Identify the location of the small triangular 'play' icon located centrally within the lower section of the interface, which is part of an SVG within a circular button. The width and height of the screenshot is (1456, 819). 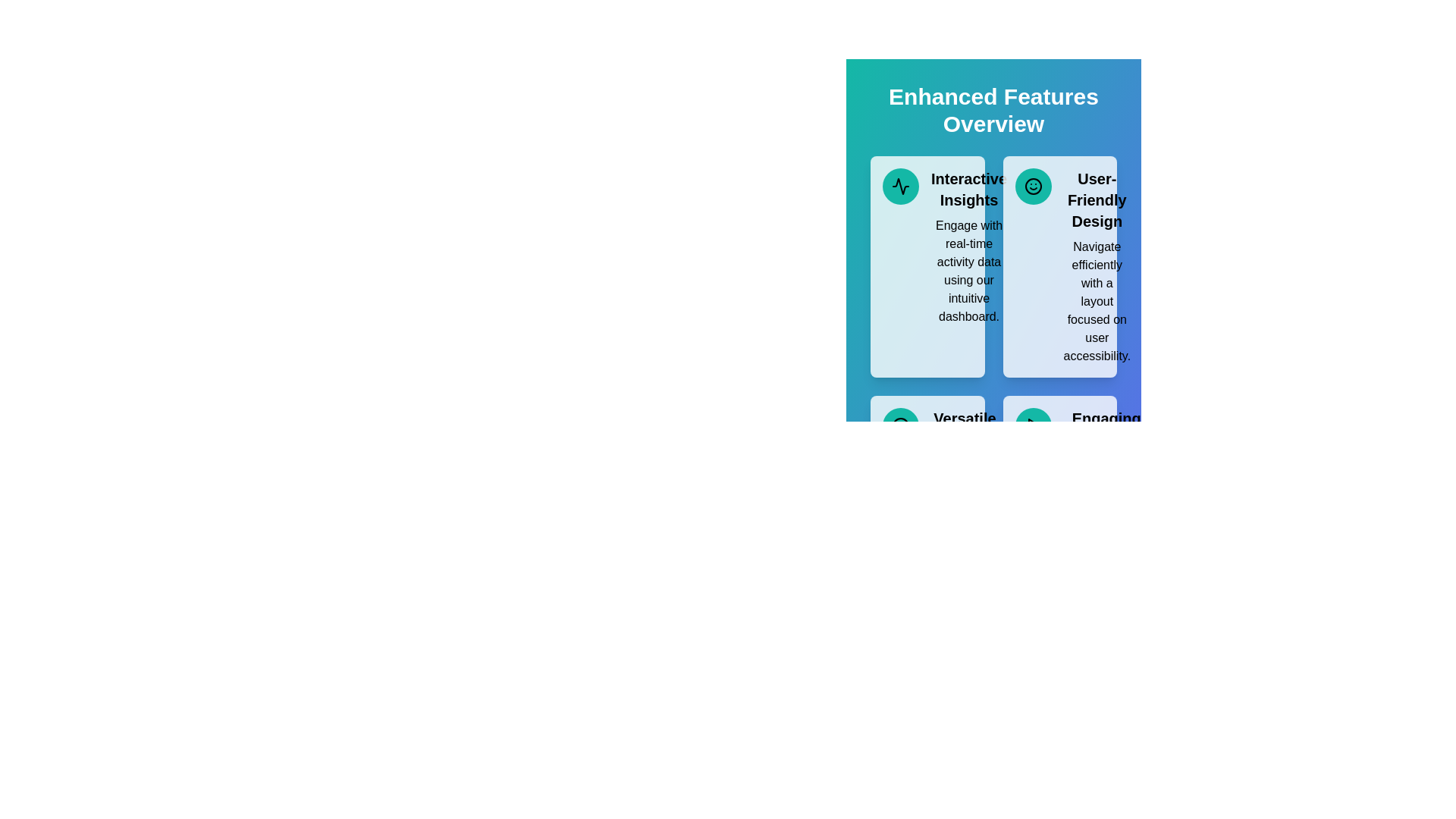
(1033, 426).